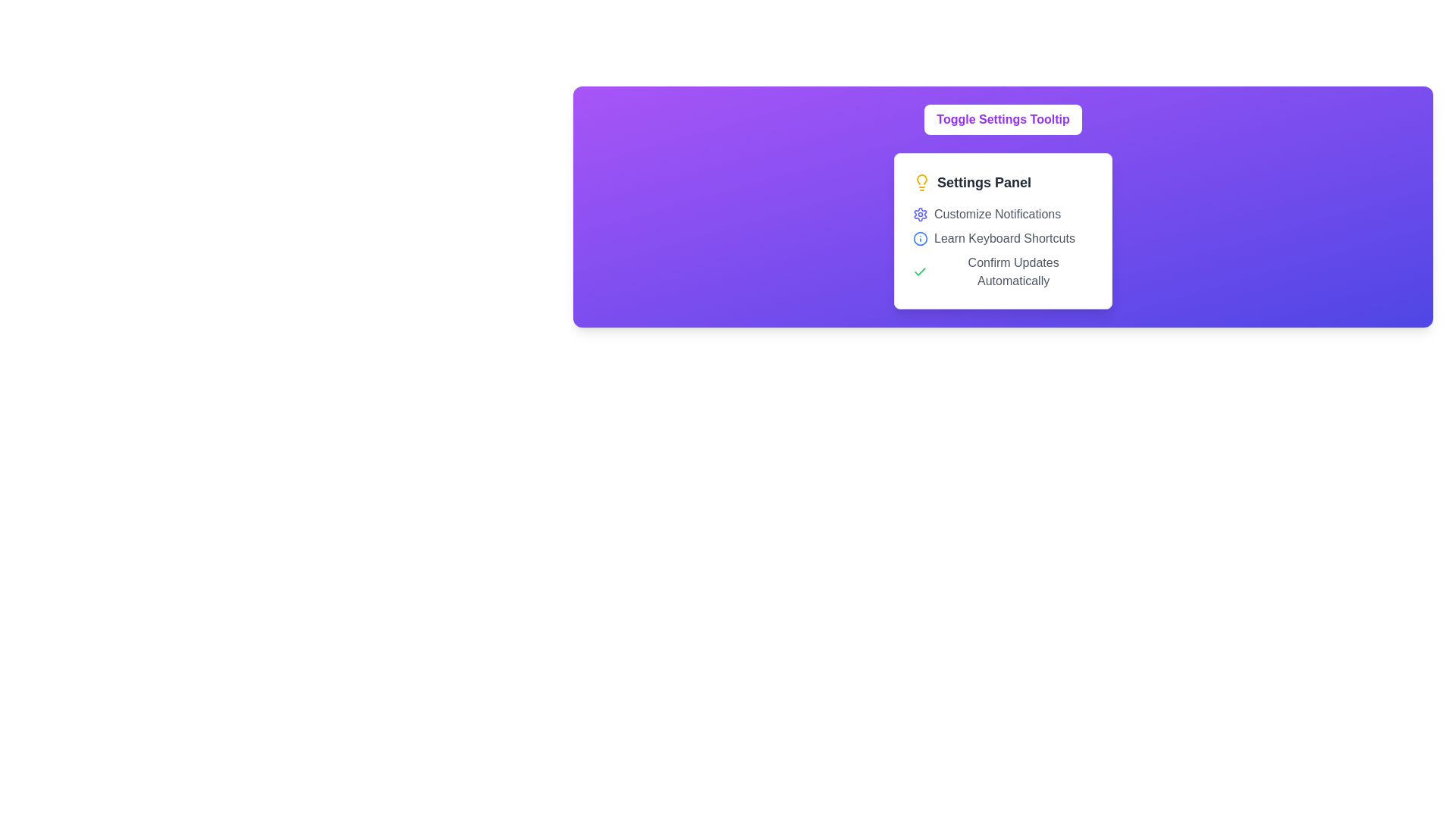 Image resolution: width=1456 pixels, height=819 pixels. I want to click on the Static Text Label with Icon that reads 'Confirm Updates Automatically' and features a green checkmark icon, located in the settings panel as the third item in the list, so click(1003, 271).